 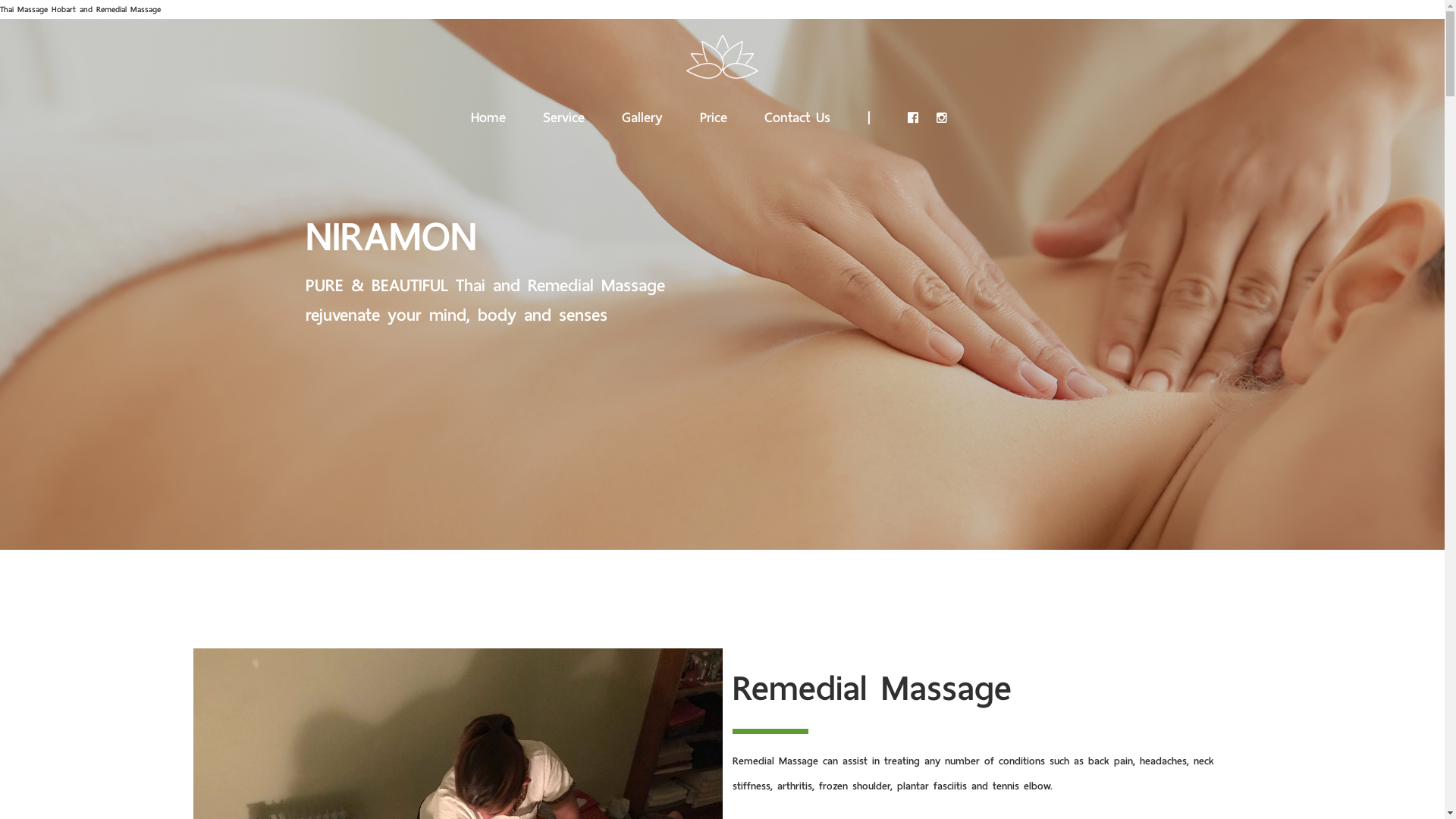 What do you see at coordinates (869, 113) in the screenshot?
I see `'|'` at bounding box center [869, 113].